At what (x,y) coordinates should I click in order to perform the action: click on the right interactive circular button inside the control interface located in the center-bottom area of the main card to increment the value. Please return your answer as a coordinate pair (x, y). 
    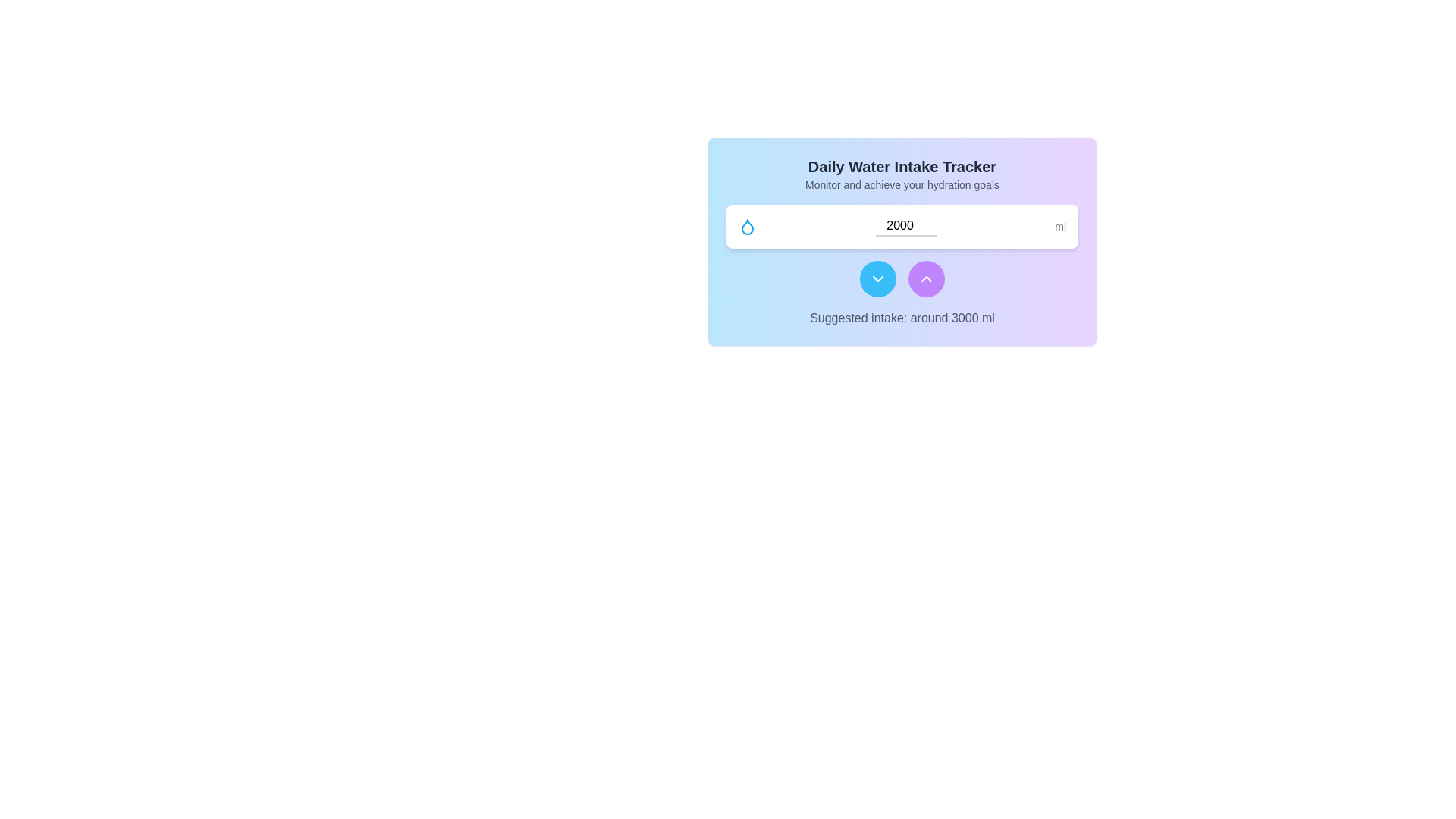
    Looking at the image, I should click on (902, 278).